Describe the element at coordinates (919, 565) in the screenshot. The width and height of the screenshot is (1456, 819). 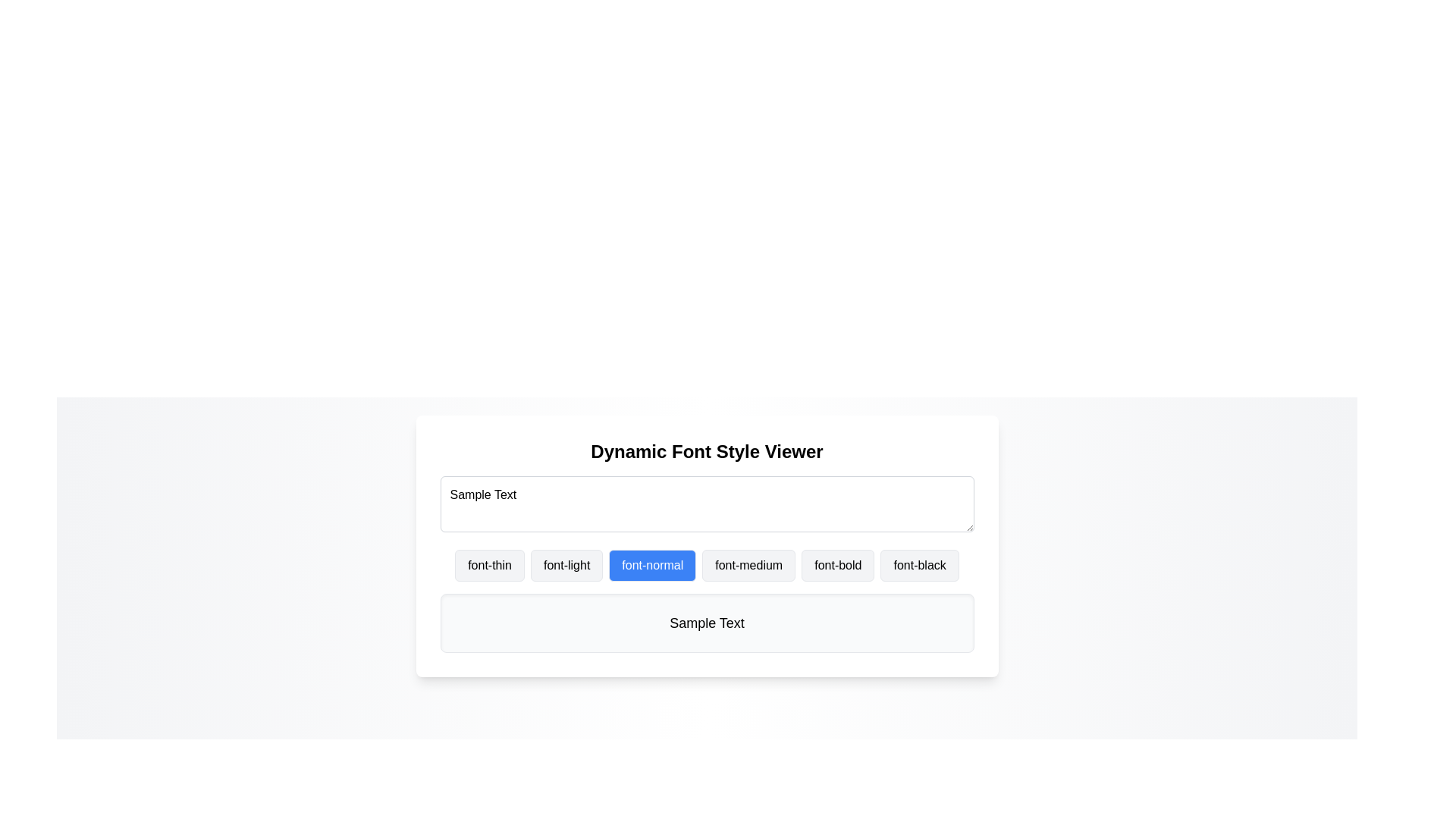
I see `the sixth button in a row of buttons` at that location.